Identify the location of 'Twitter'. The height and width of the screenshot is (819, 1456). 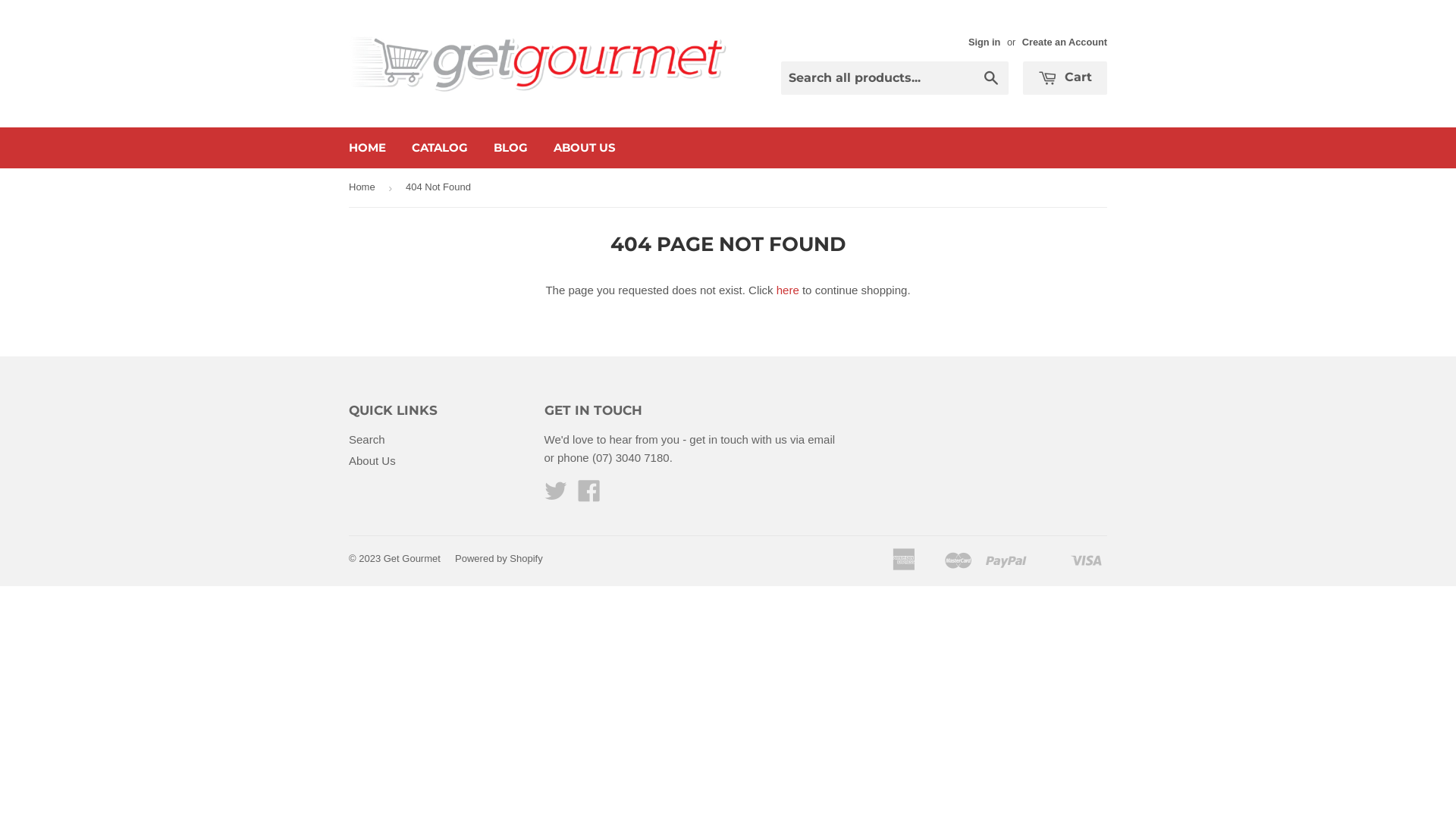
(555, 495).